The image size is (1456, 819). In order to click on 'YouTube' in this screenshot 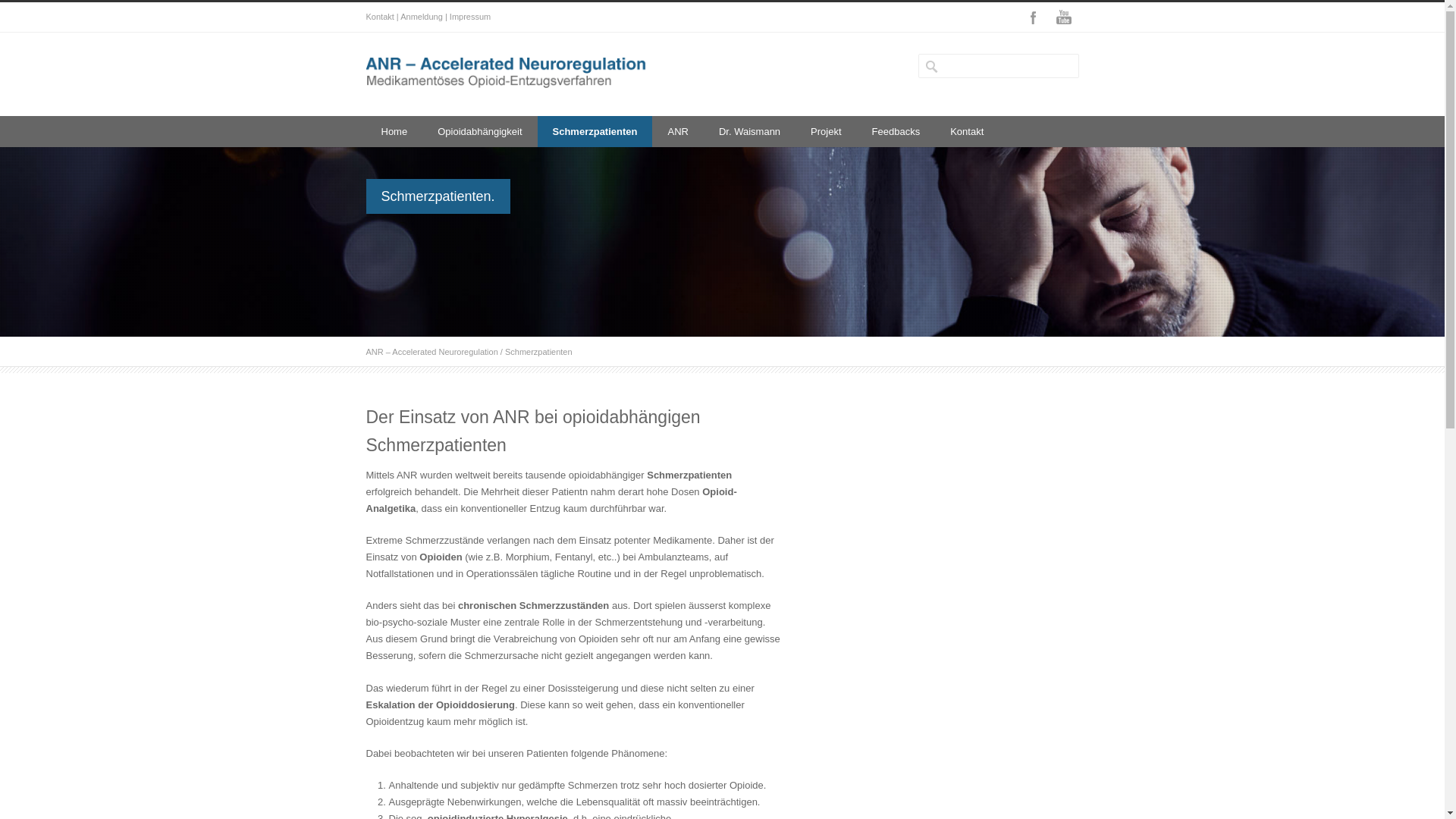, I will do `click(1062, 17)`.